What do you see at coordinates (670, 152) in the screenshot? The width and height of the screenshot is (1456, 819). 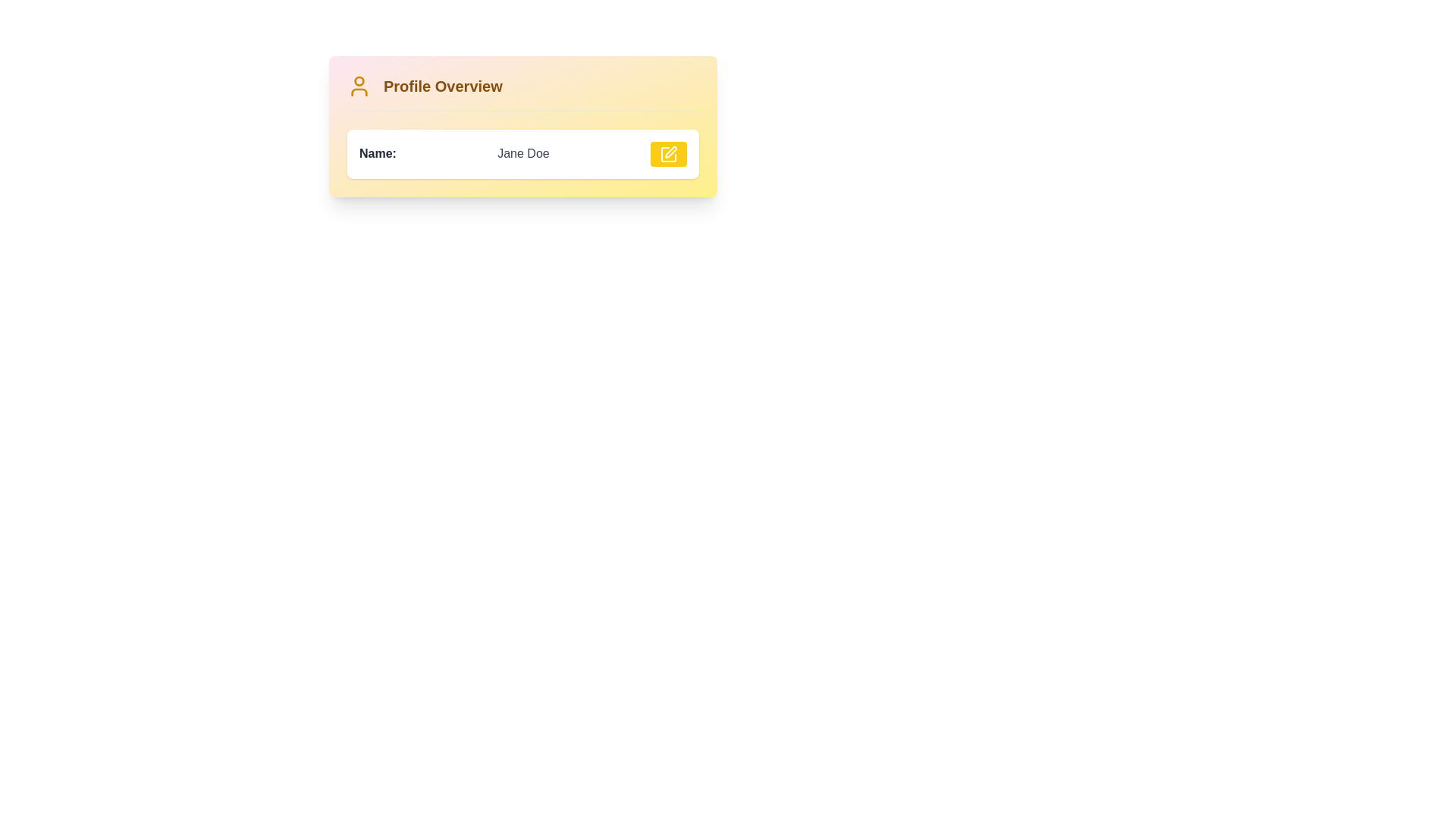 I see `the button with an embedded vector icon of a pen, which is located to the right of the text 'Jane Doe'` at bounding box center [670, 152].